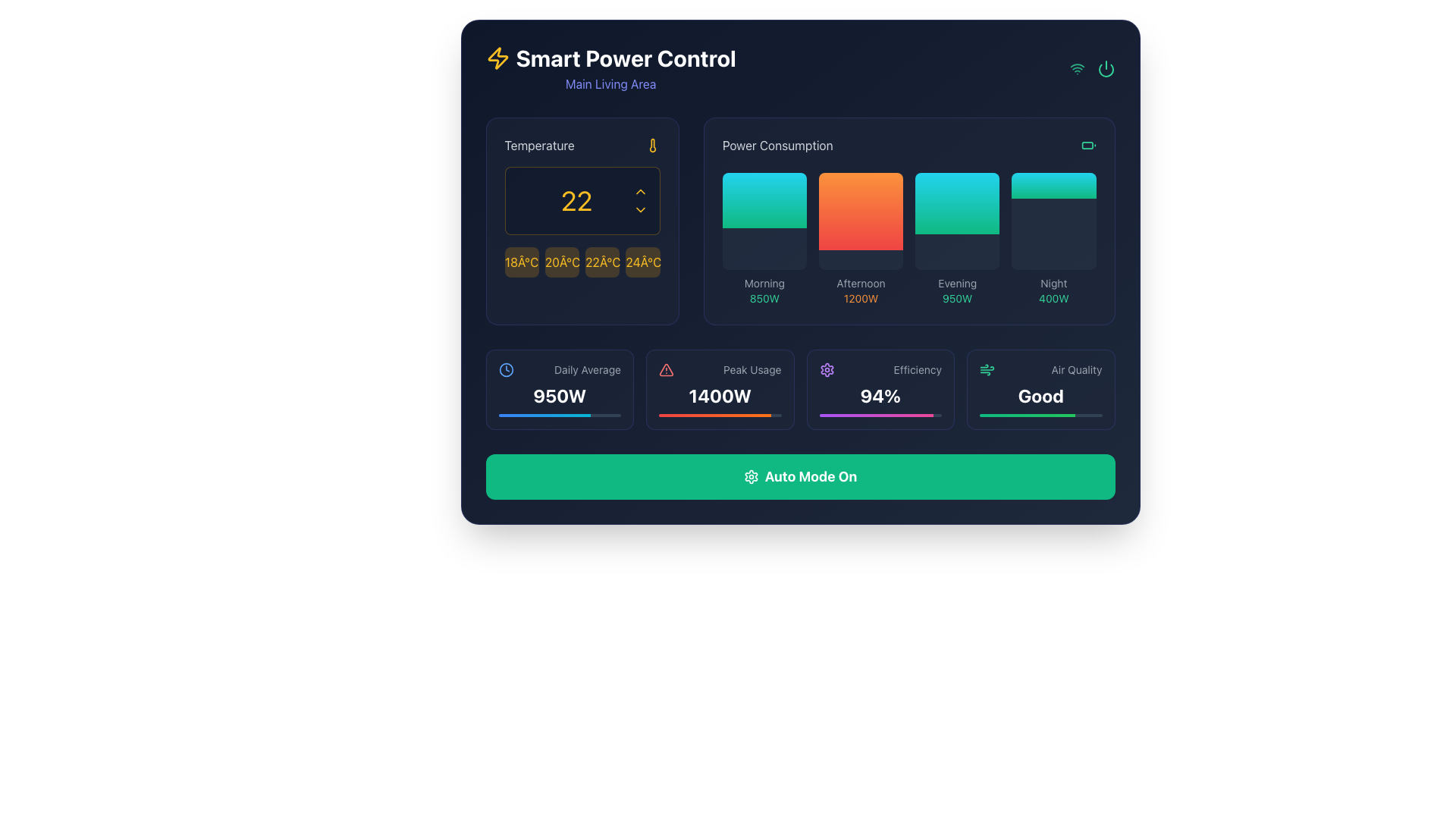  Describe the element at coordinates (1053, 298) in the screenshot. I see `the text label displaying '400W', which is in a medium font size and has a greenish emerald hue, located in the rightmost position of the Power Consumption panel` at that location.